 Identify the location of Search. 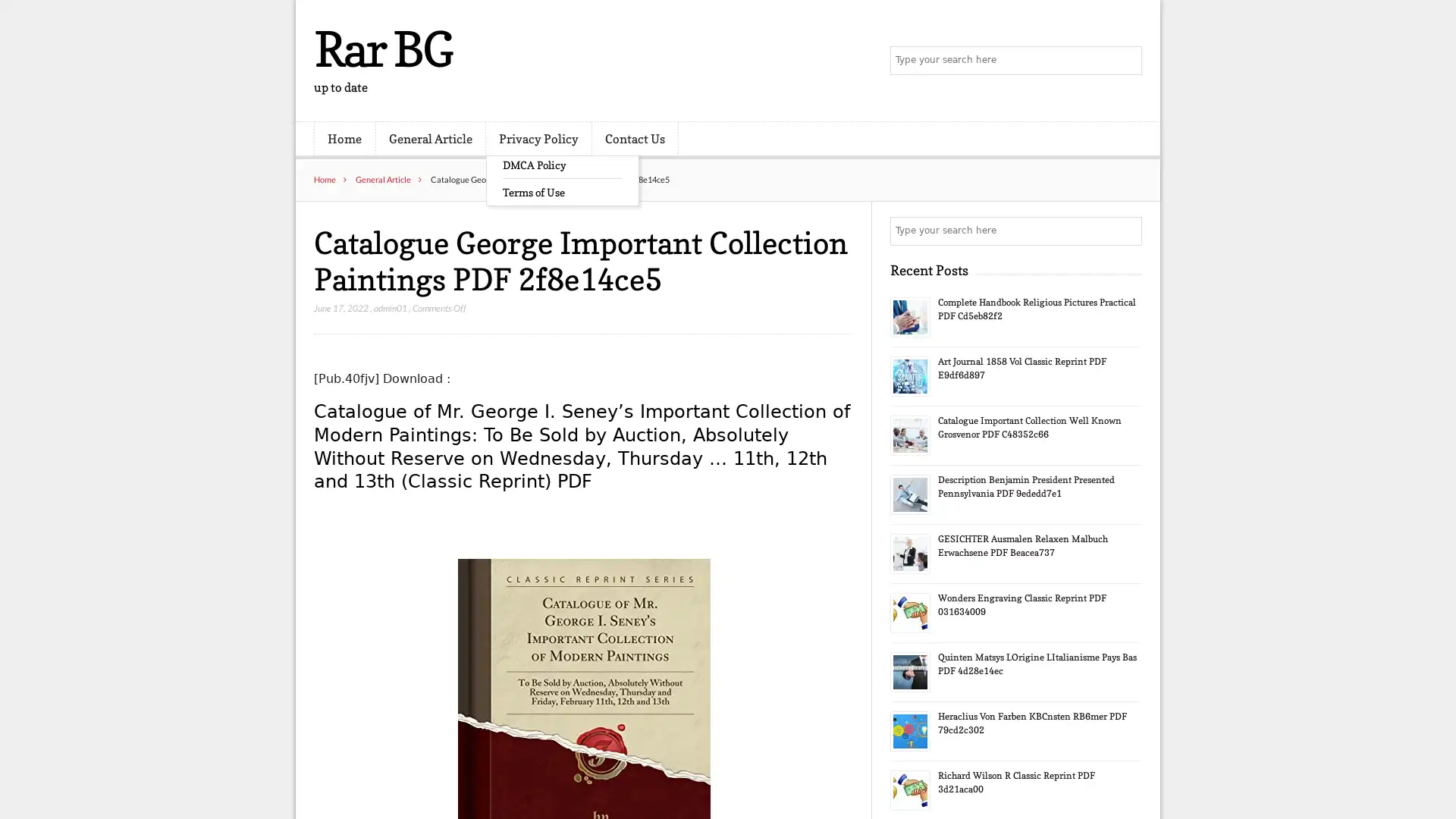
(1126, 231).